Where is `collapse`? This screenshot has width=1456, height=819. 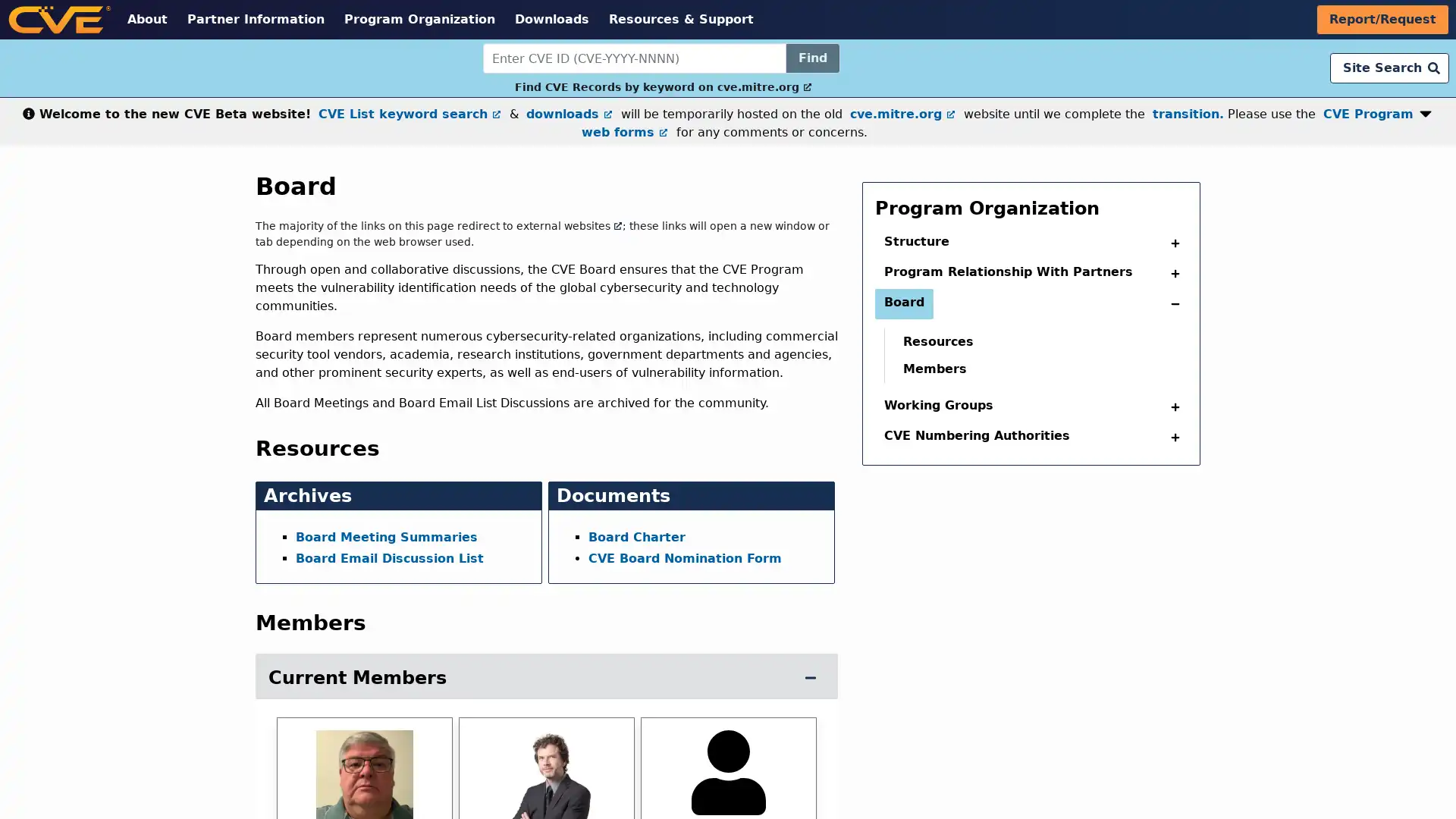
collapse is located at coordinates (1171, 406).